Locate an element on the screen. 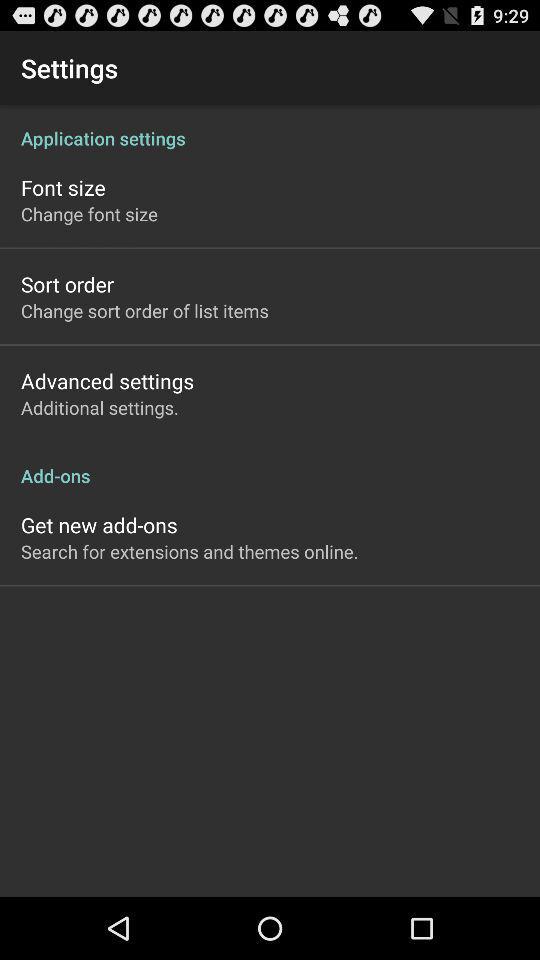 This screenshot has width=540, height=960. the icon below change sort order is located at coordinates (107, 380).